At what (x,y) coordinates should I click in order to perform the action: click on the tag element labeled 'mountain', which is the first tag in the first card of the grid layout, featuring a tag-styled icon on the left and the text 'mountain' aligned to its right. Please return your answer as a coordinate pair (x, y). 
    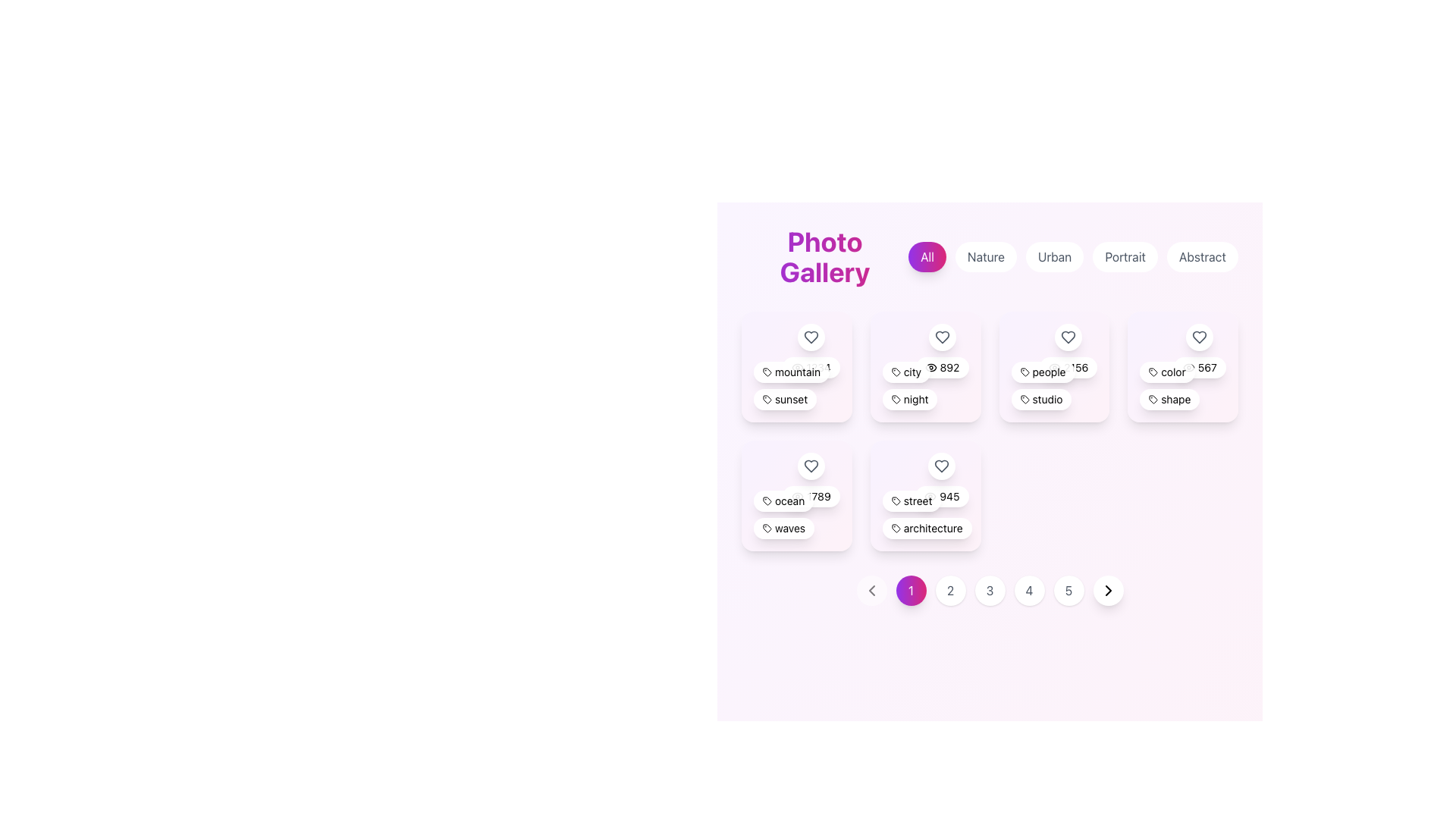
    Looking at the image, I should click on (791, 372).